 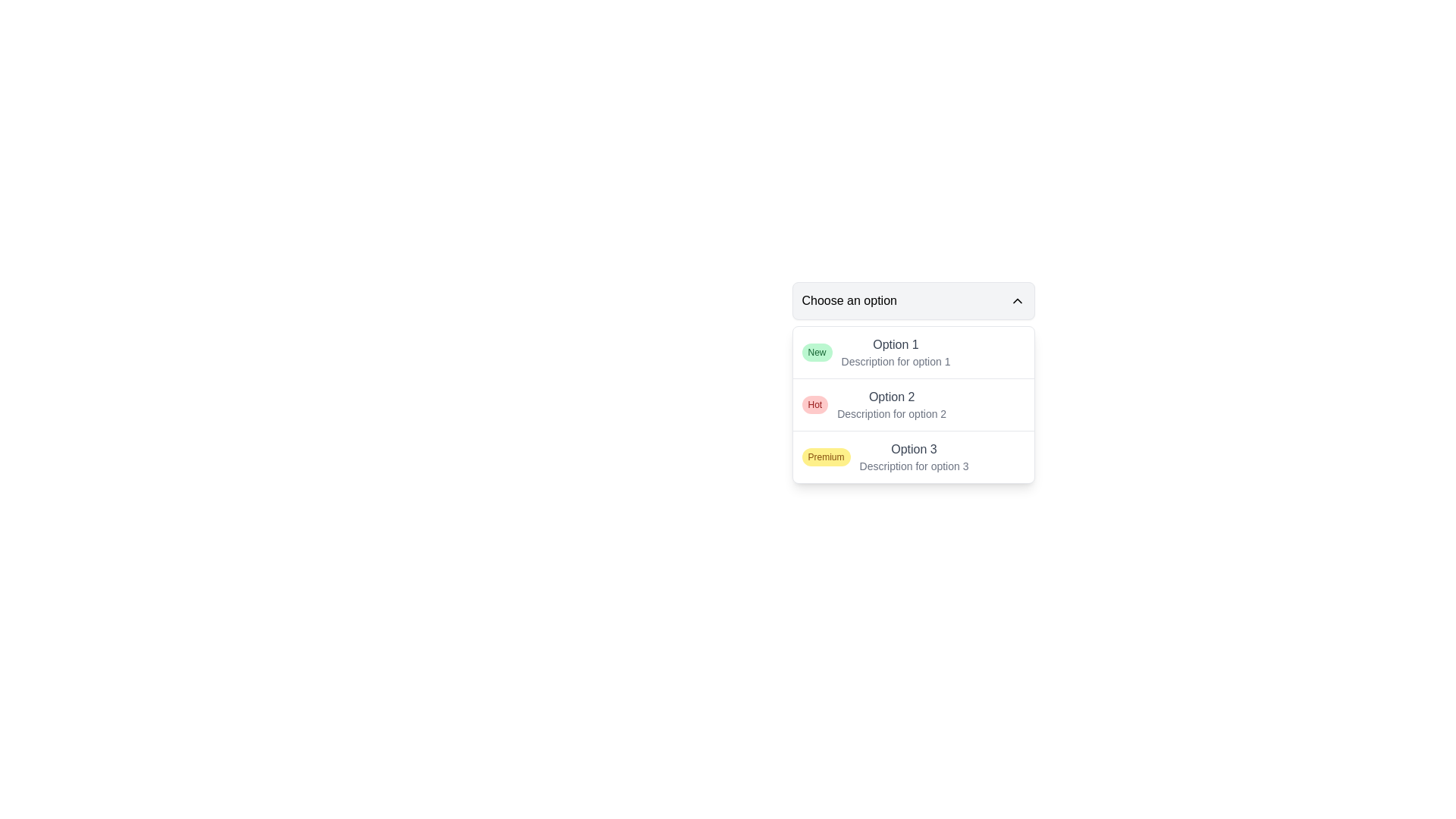 I want to click on the dropdown menu trigger button labeled 'Choose an option', so click(x=912, y=301).